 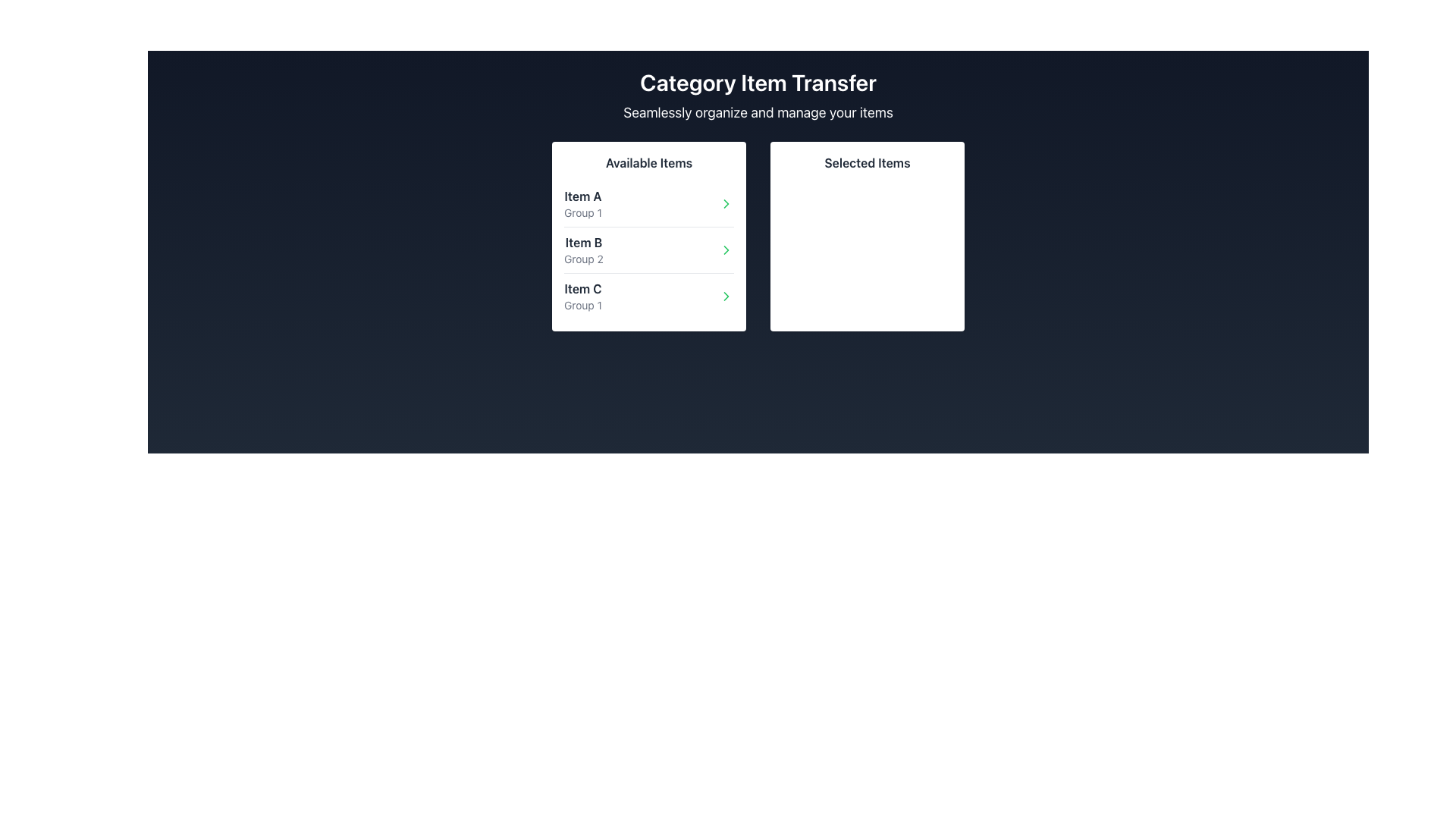 I want to click on the Text Label that serves as a descriptor for 'Item B', located in the left panel under 'Available Items', so click(x=582, y=259).